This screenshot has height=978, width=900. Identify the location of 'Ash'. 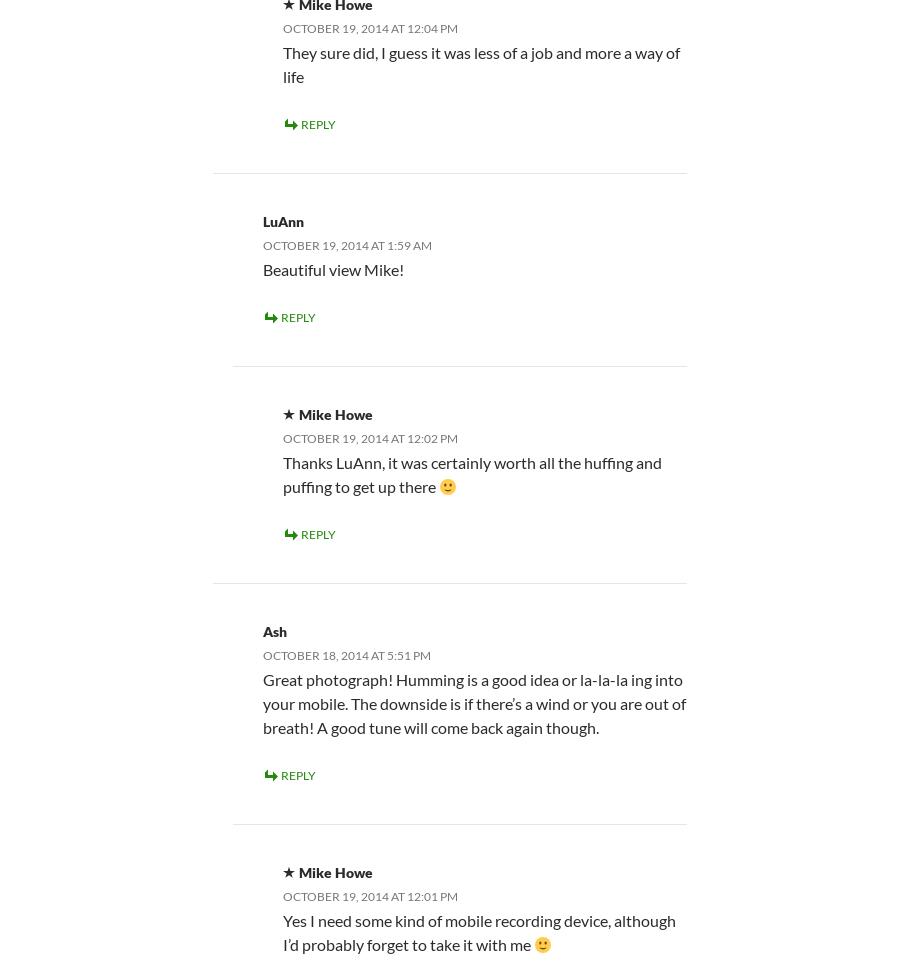
(274, 630).